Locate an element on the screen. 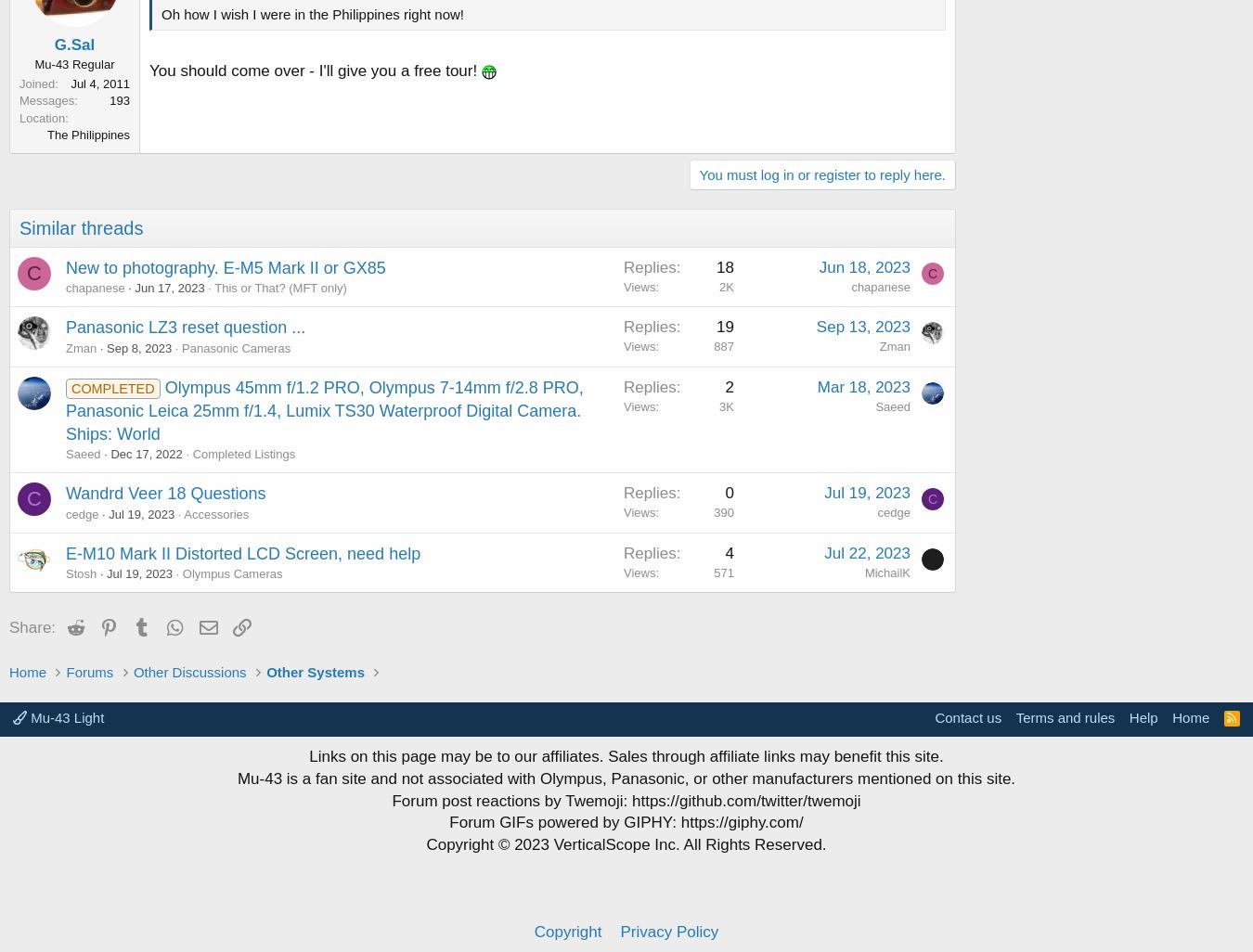 Image resolution: width=1253 pixels, height=952 pixels. 'Jul 4, 2011' is located at coordinates (99, 83).